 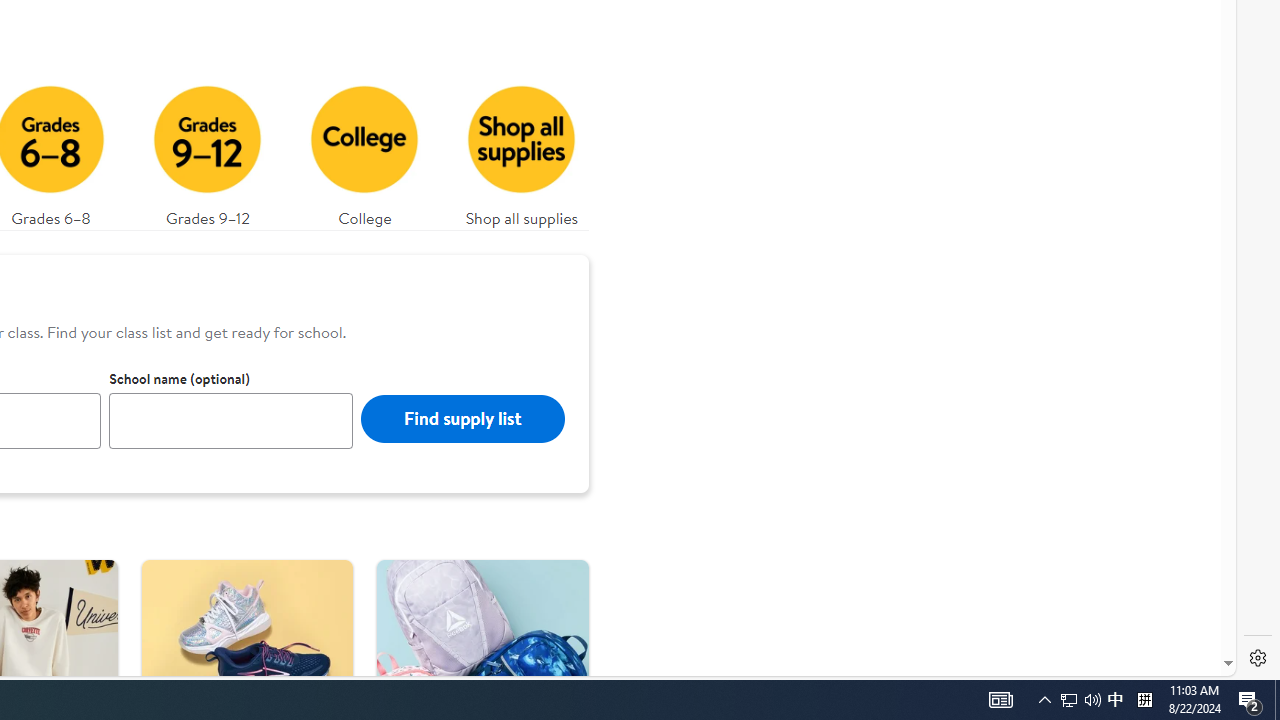 I want to click on 'School name (optional)', so click(x=231, y=419).